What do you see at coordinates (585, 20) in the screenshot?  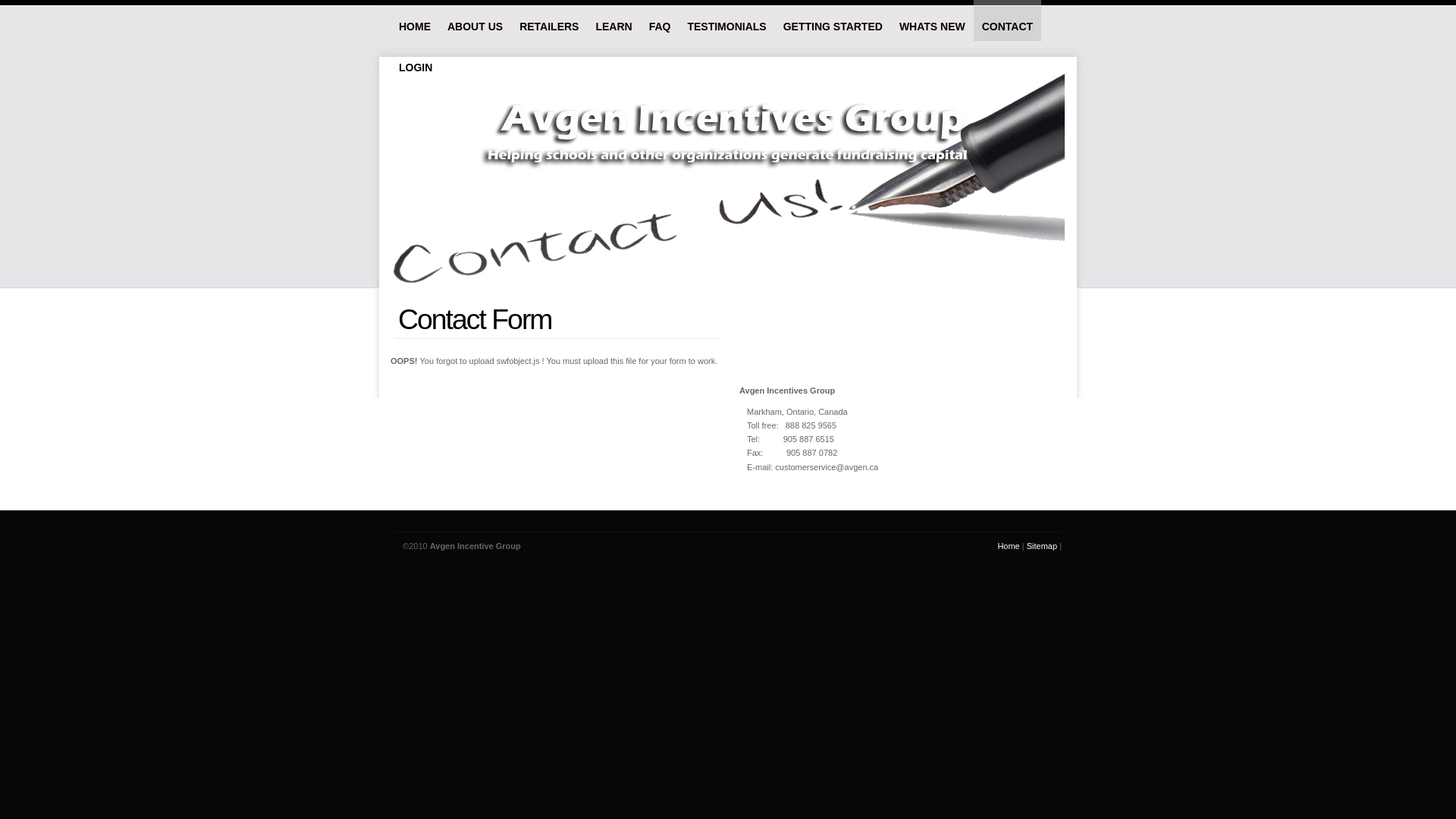 I see `'LEARN'` at bounding box center [585, 20].